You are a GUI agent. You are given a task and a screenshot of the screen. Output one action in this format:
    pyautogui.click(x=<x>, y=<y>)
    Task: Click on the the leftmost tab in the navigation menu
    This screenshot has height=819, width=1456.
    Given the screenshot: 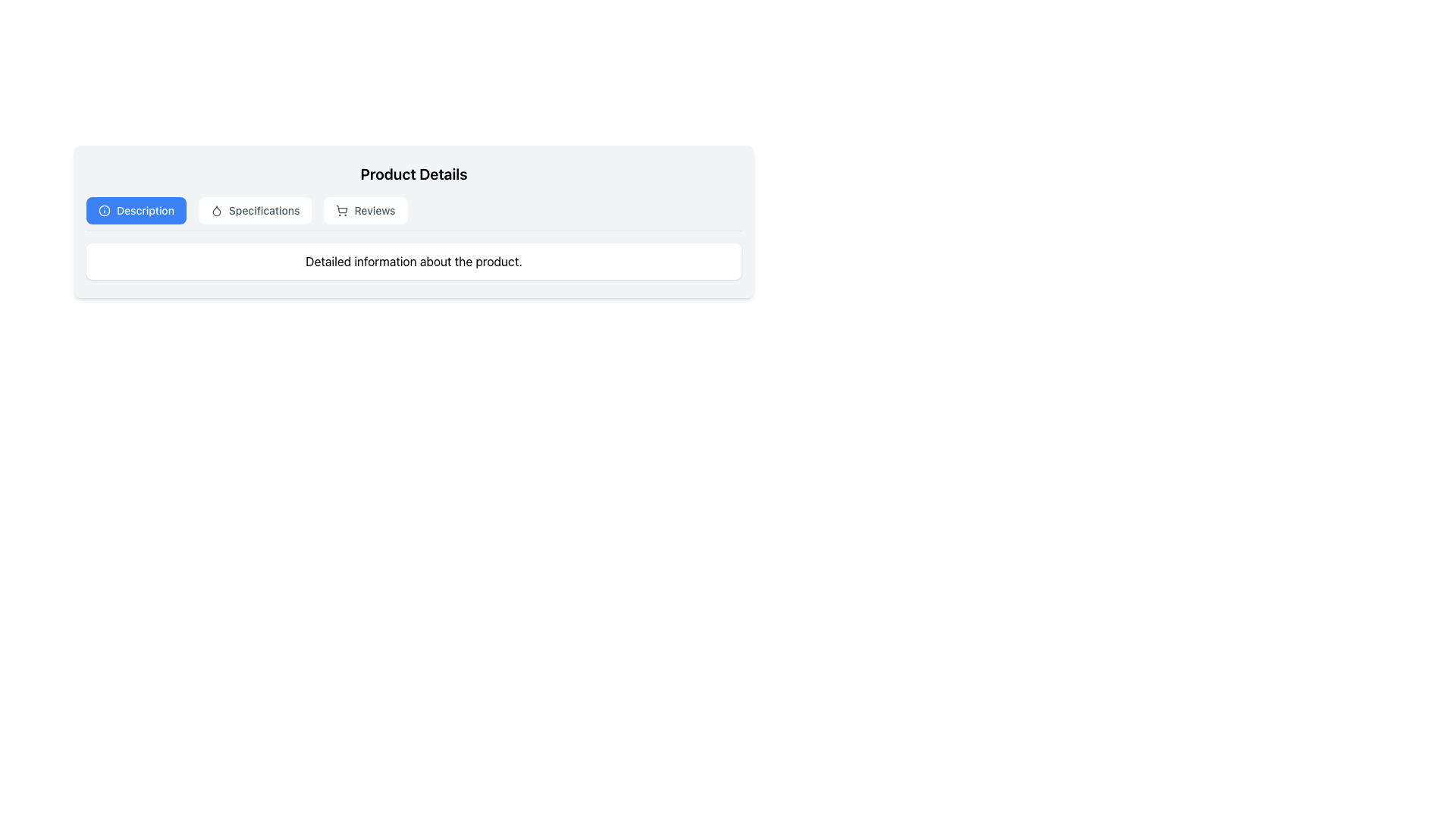 What is the action you would take?
    pyautogui.click(x=146, y=210)
    